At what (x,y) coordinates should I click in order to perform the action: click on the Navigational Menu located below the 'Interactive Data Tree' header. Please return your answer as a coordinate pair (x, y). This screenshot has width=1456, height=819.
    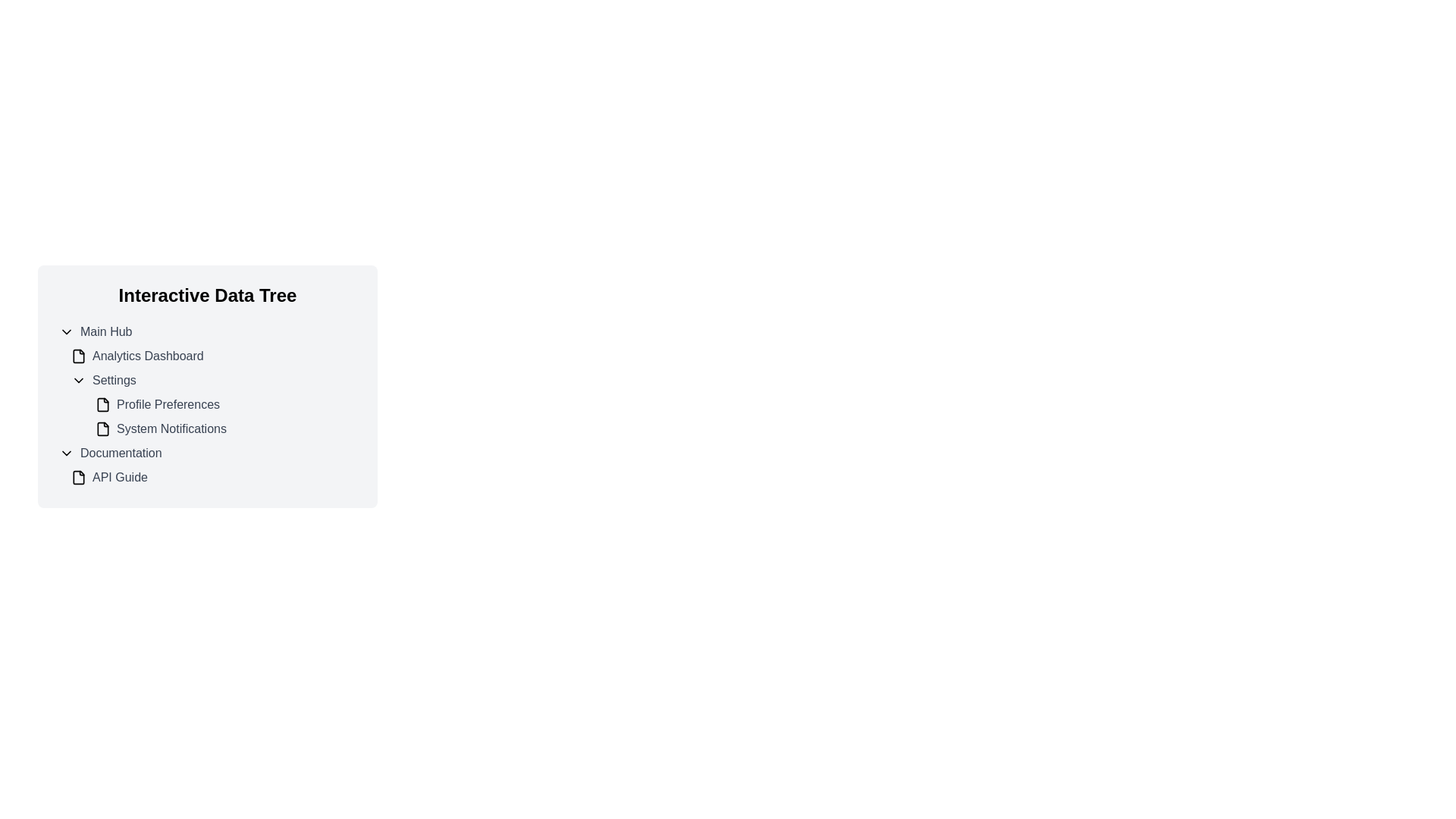
    Looking at the image, I should click on (206, 403).